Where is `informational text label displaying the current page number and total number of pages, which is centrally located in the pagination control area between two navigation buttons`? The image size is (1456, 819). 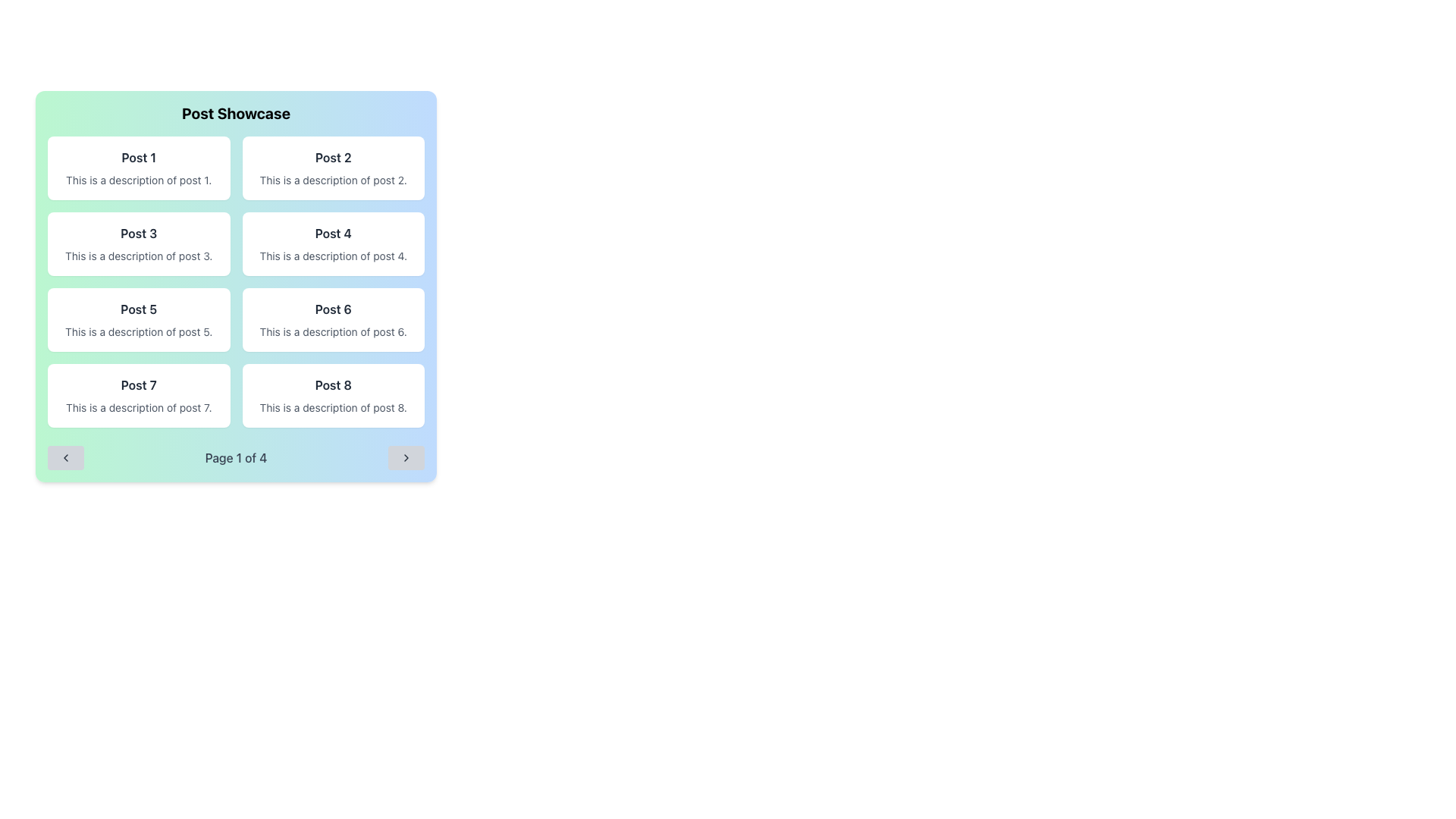 informational text label displaying the current page number and total number of pages, which is centrally located in the pagination control area between two navigation buttons is located at coordinates (235, 457).